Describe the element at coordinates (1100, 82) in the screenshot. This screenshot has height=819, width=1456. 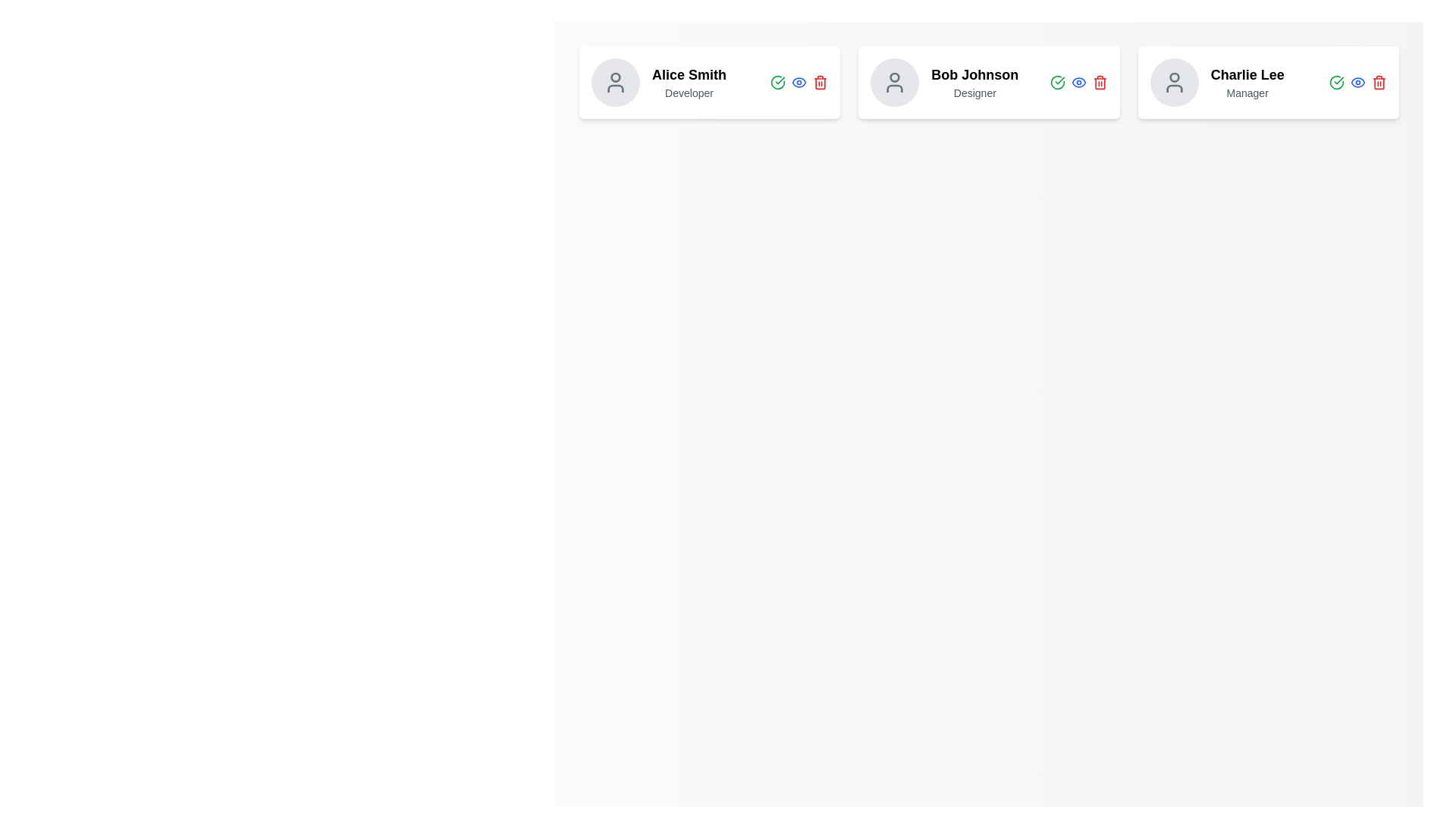
I see `the trash/delete icon button located in the action buttons group for the second user item ('Bob Johnson') to initiate a delete action` at that location.